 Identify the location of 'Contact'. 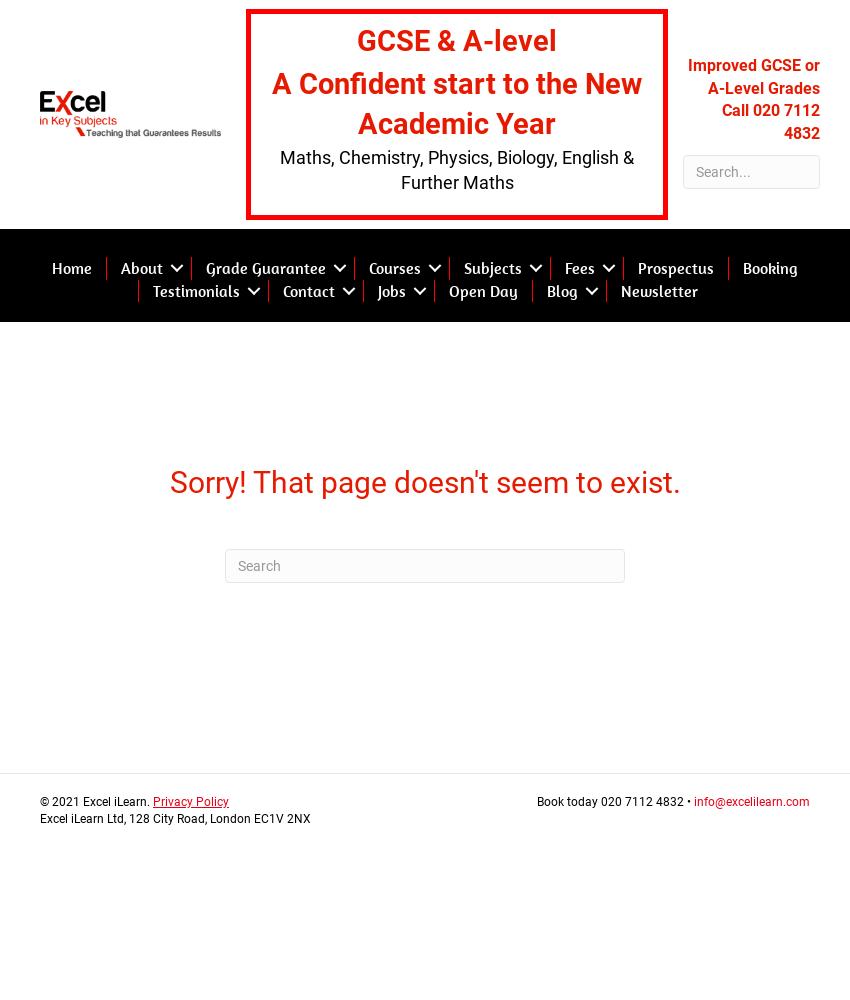
(281, 290).